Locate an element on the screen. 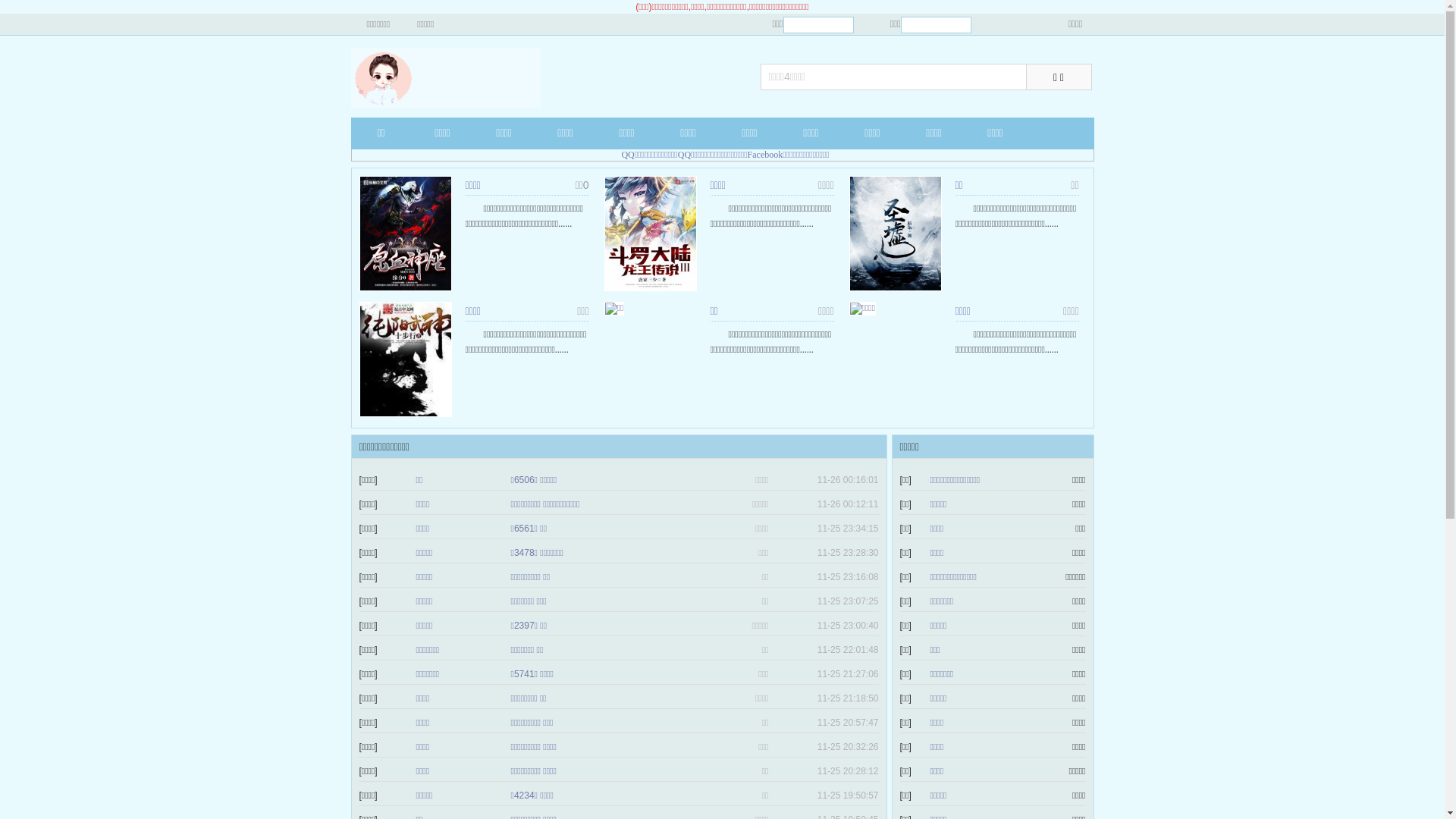 The width and height of the screenshot is (1456, 819). 'Facebook' is located at coordinates (765, 155).